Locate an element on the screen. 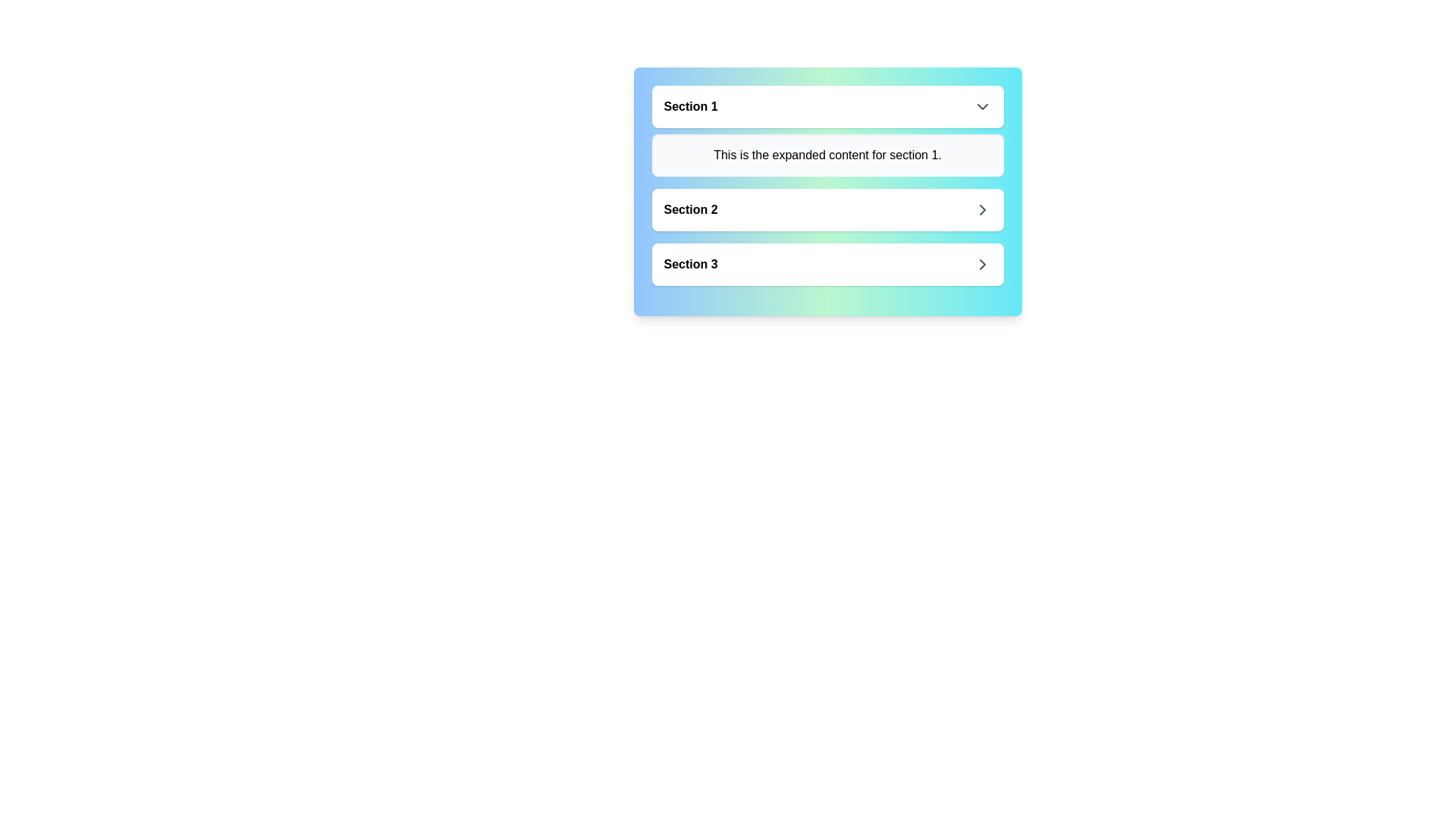 The height and width of the screenshot is (819, 1456). the rightward-pointing chevron icon with a black outline is located at coordinates (982, 263).